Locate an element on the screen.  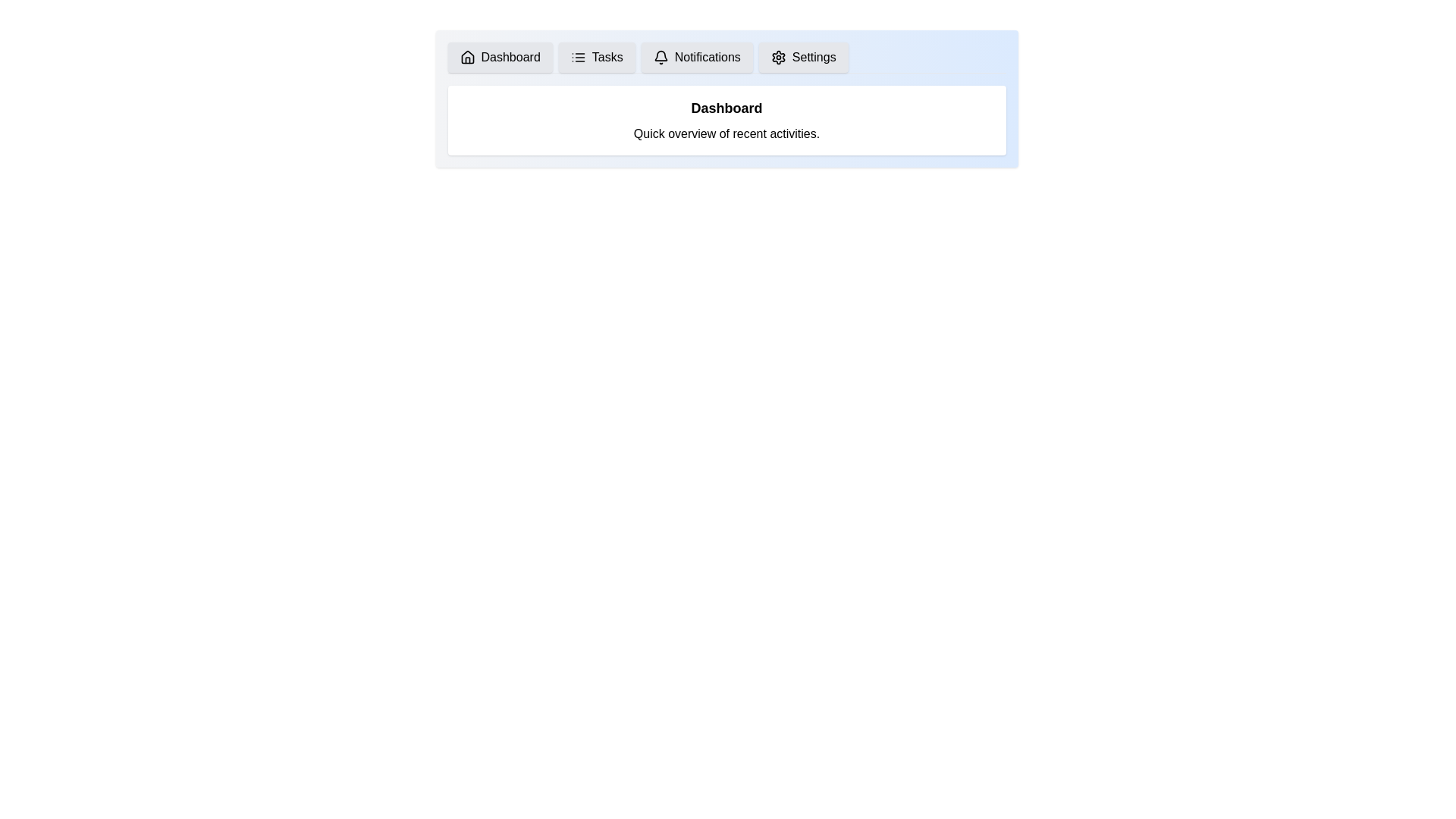
the tab labeled Dashboard to view its content is located at coordinates (500, 57).